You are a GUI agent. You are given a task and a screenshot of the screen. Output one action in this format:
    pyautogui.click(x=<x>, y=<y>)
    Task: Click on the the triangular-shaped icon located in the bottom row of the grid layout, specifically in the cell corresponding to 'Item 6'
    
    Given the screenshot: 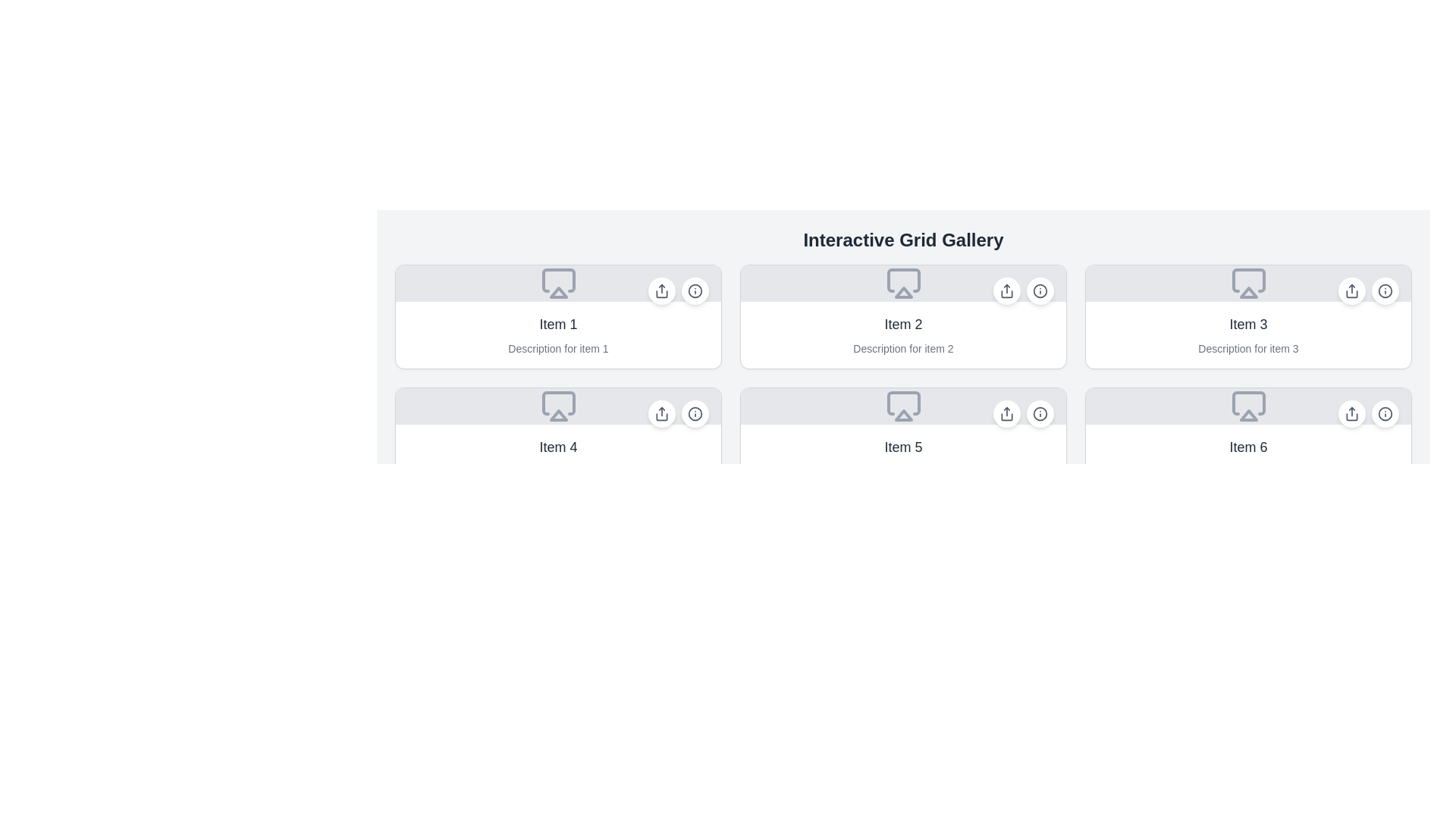 What is the action you would take?
    pyautogui.click(x=1248, y=415)
    